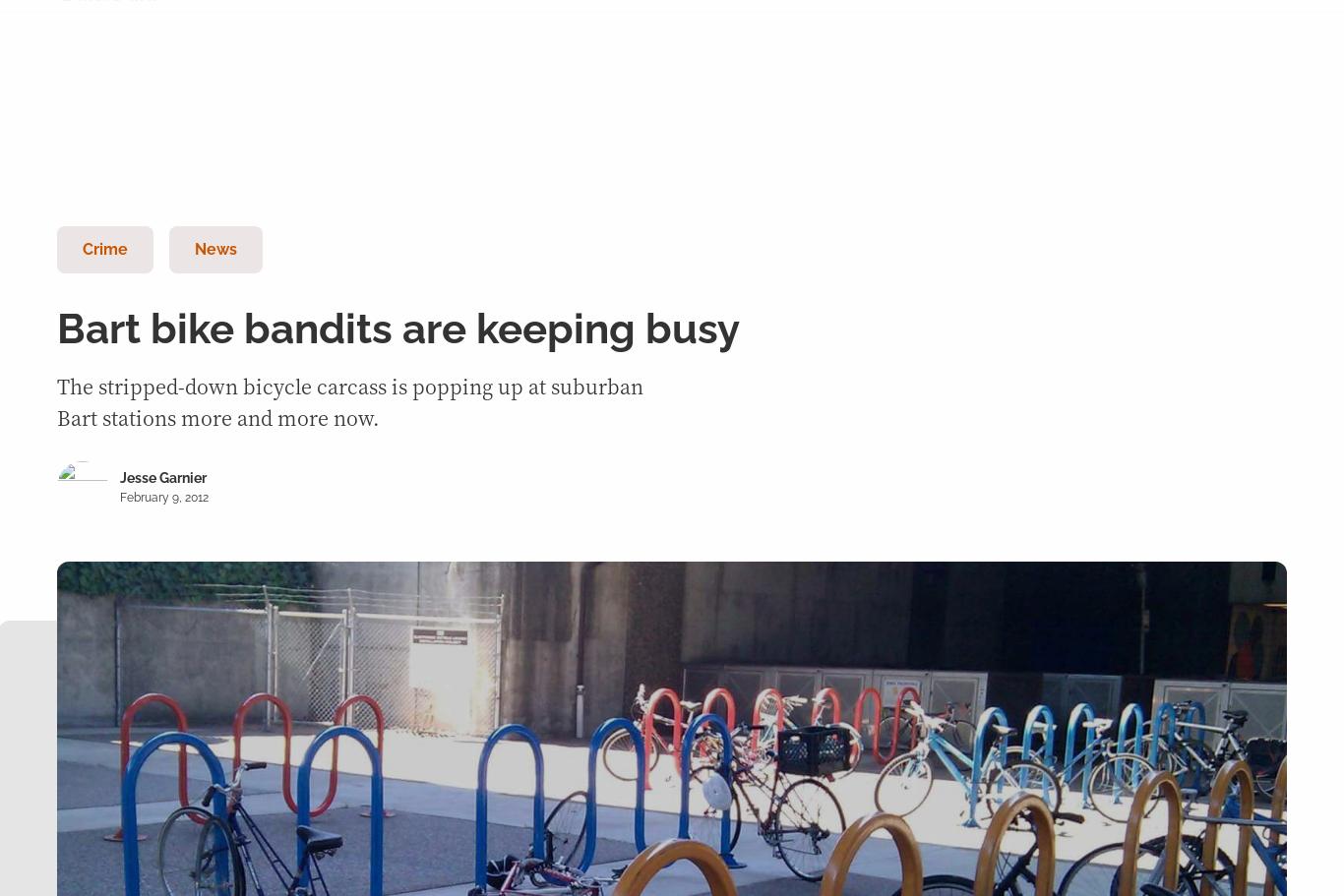  I want to click on 'Crime', so click(104, 248).